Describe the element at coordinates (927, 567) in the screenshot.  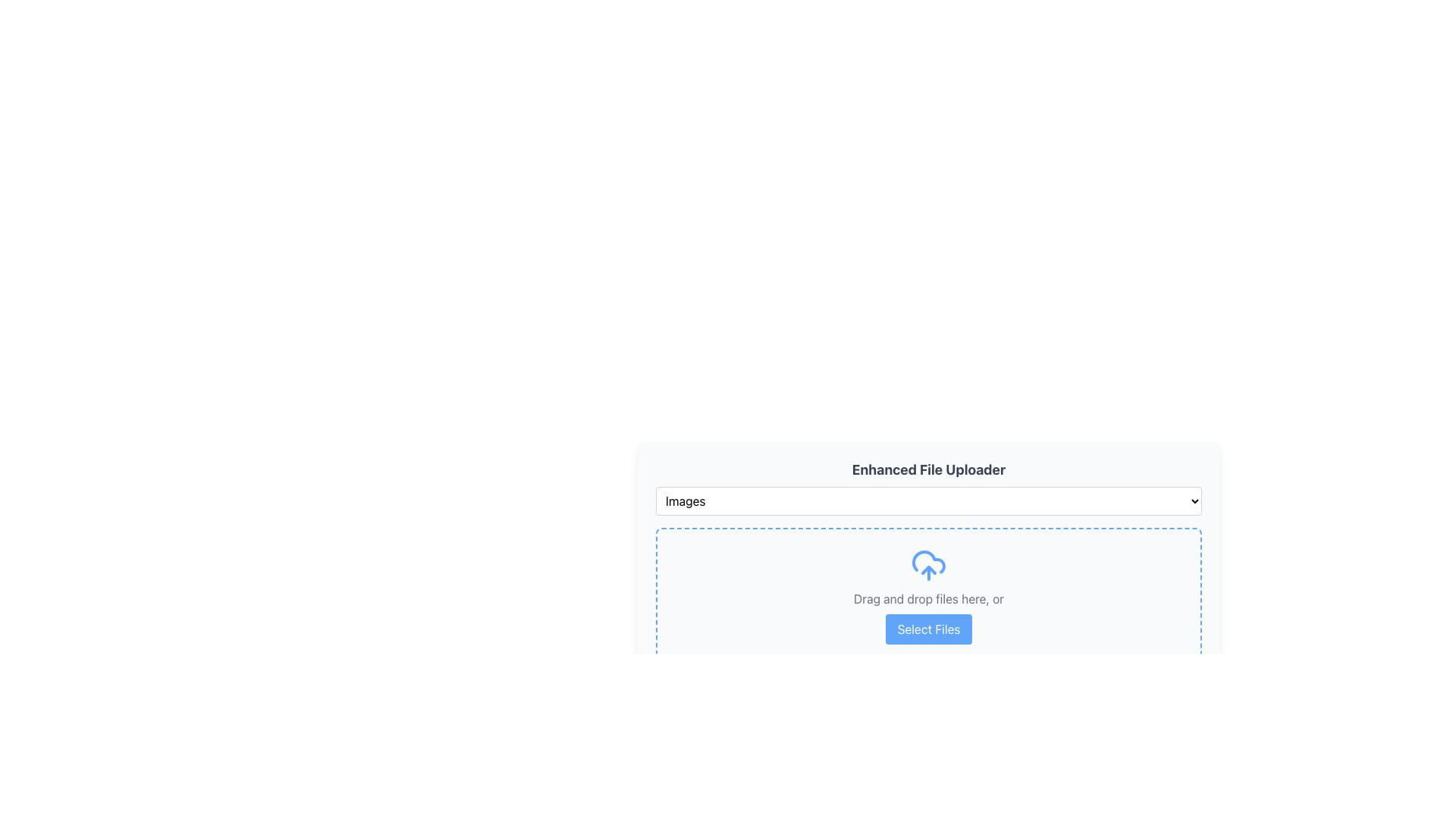
I see `the 'Select Files' button in the Enhanced File Uploader Widget` at that location.